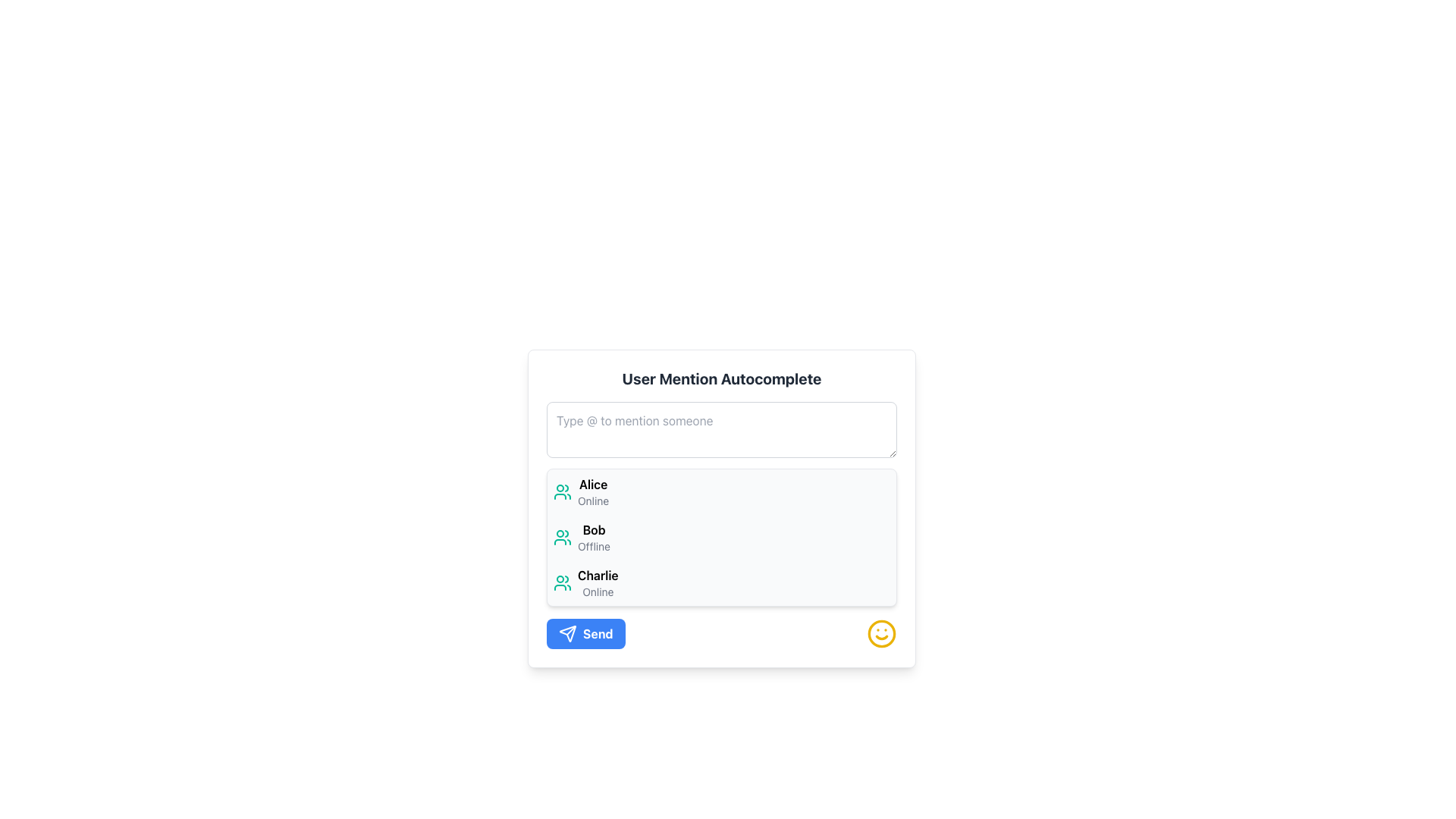 The width and height of the screenshot is (1456, 819). What do you see at coordinates (592, 485) in the screenshot?
I see `the text label displaying the name 'Alice' in bold within the user mention autocomplete dropdown` at bounding box center [592, 485].